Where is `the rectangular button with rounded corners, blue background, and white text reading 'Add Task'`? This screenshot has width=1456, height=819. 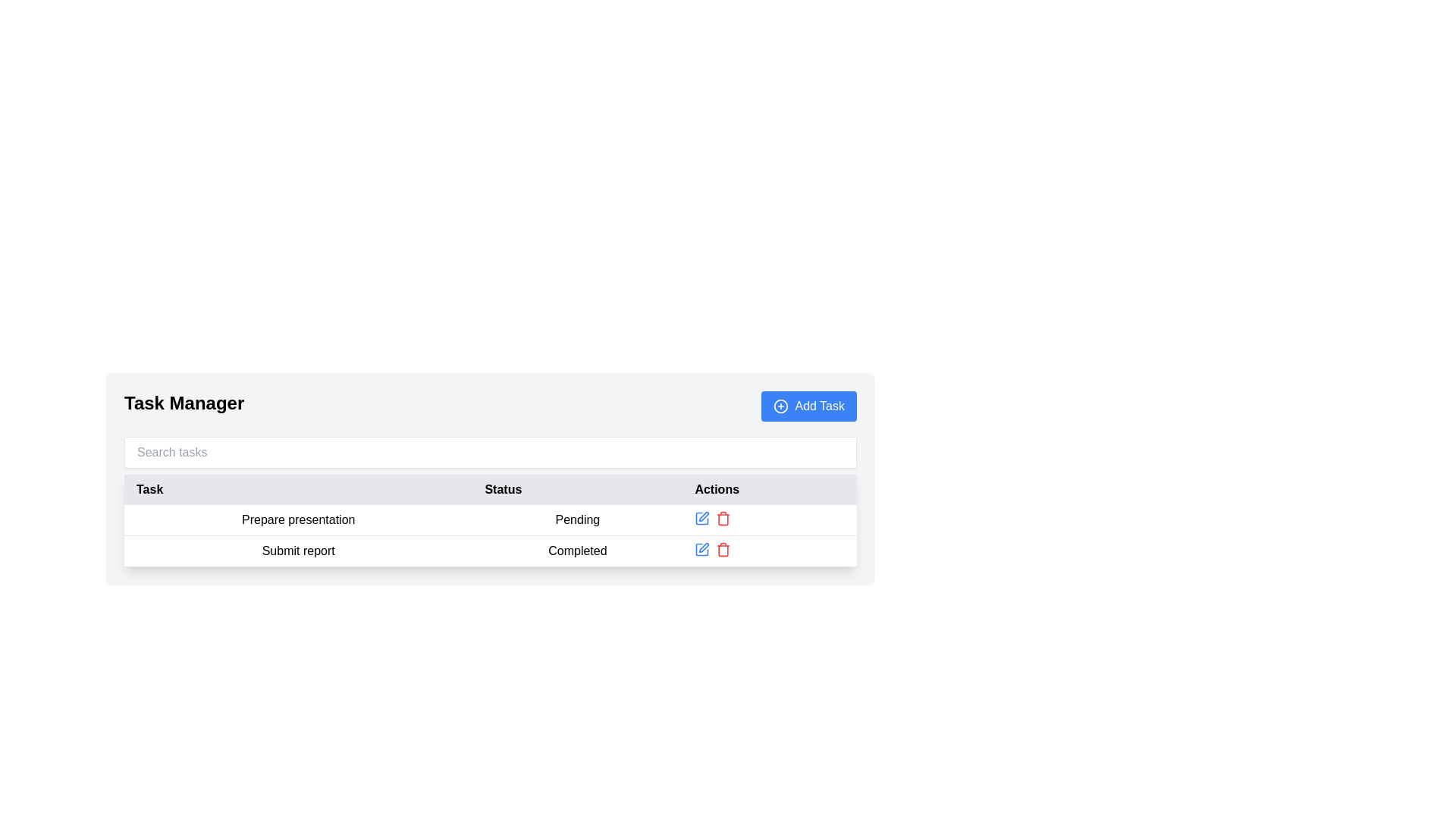
the rectangular button with rounded corners, blue background, and white text reading 'Add Task' is located at coordinates (808, 406).